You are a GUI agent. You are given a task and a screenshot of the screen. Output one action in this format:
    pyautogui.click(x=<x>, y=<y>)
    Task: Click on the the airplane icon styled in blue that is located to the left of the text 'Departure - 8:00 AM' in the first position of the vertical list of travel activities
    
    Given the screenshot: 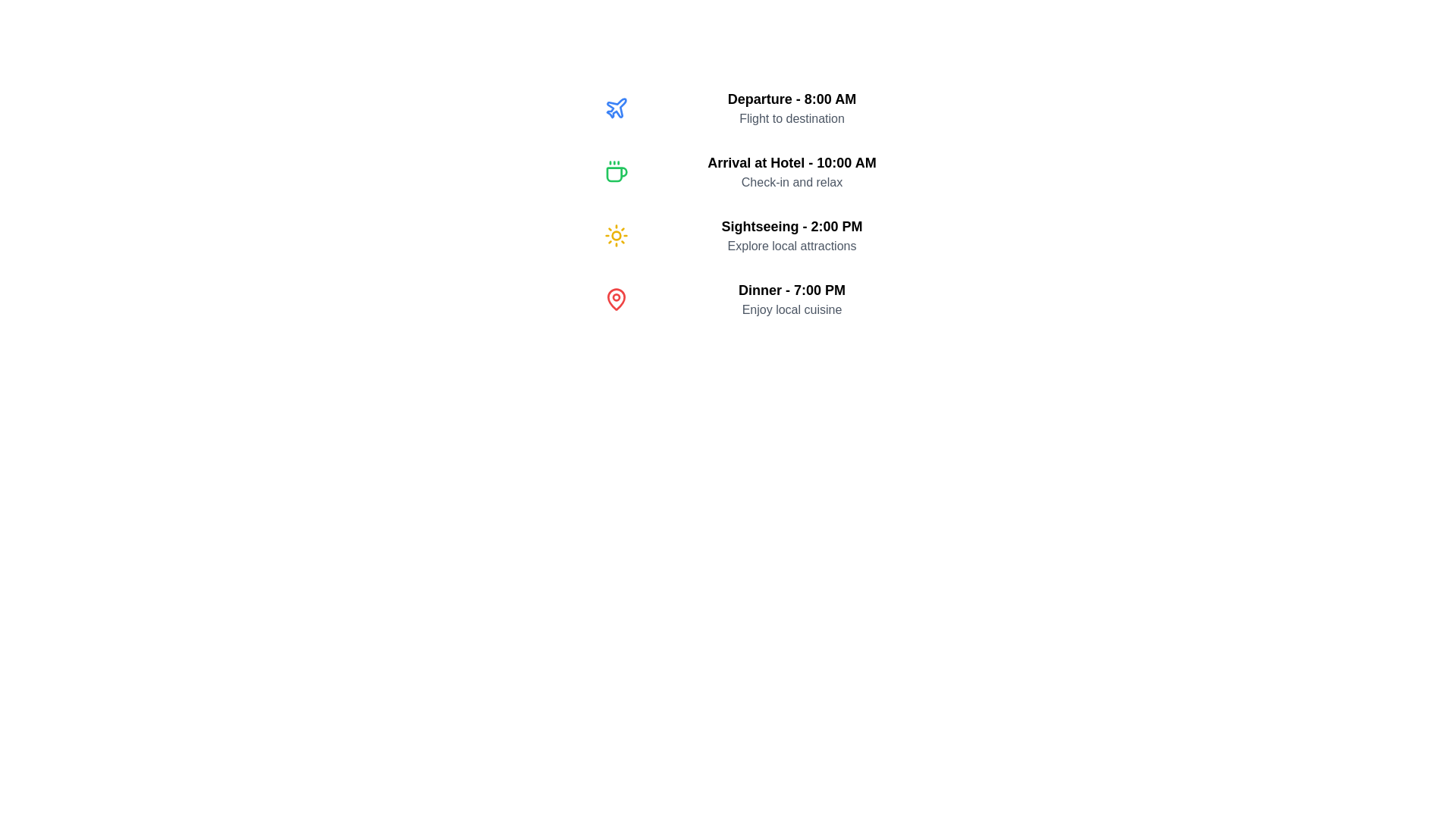 What is the action you would take?
    pyautogui.click(x=616, y=107)
    